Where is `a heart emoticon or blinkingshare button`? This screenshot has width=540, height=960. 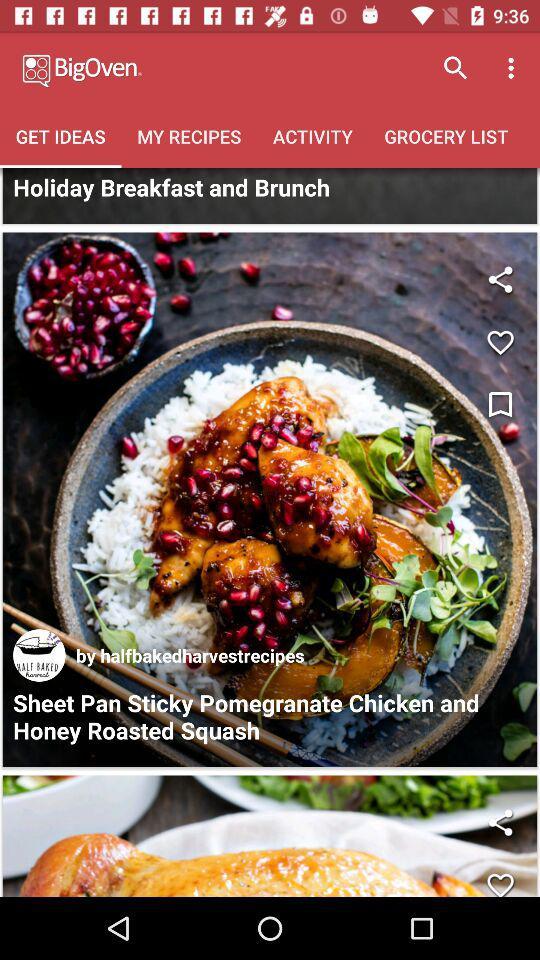 a heart emoticon or blinkingshare button is located at coordinates (499, 877).